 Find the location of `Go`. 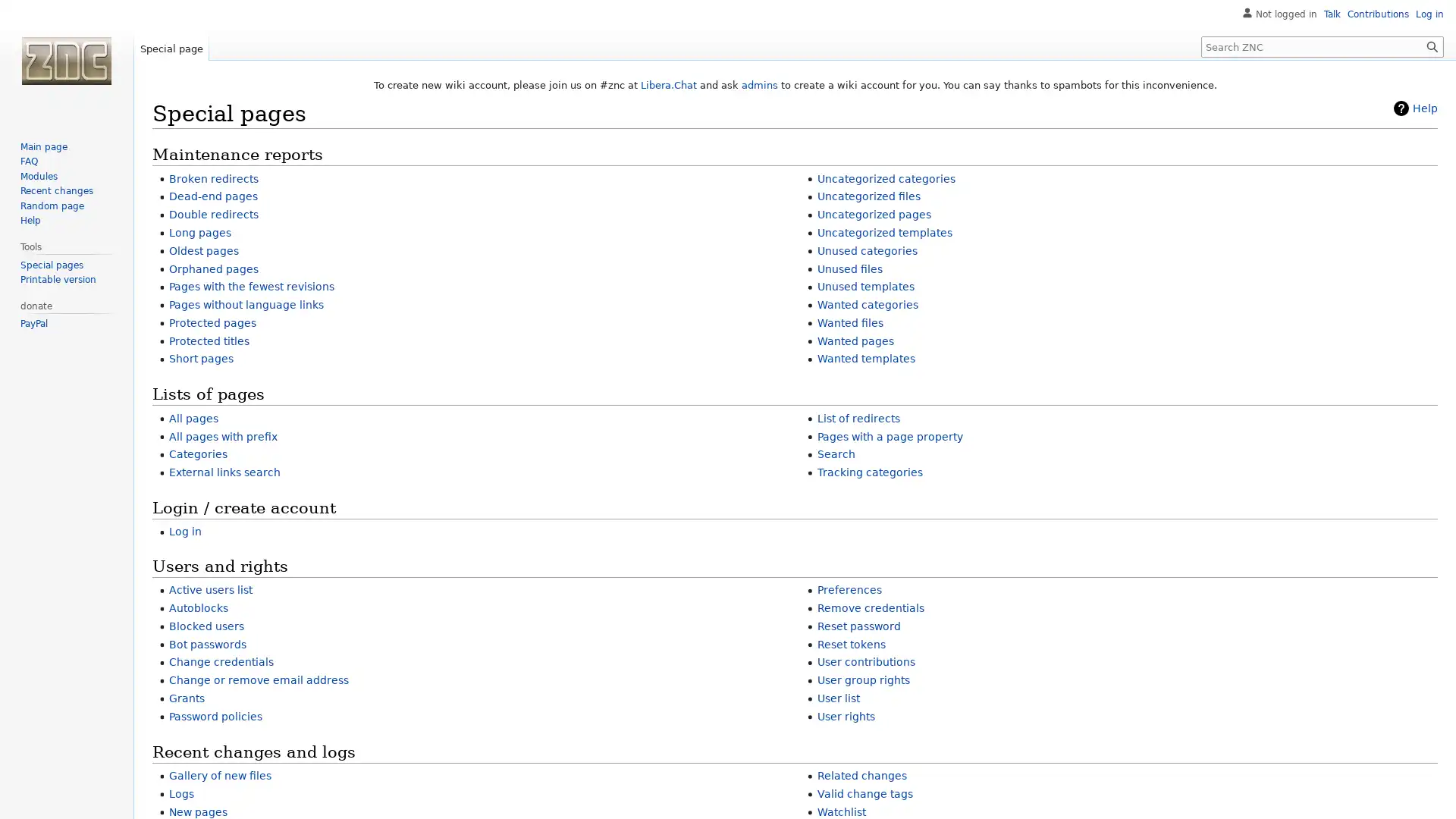

Go is located at coordinates (1432, 45).